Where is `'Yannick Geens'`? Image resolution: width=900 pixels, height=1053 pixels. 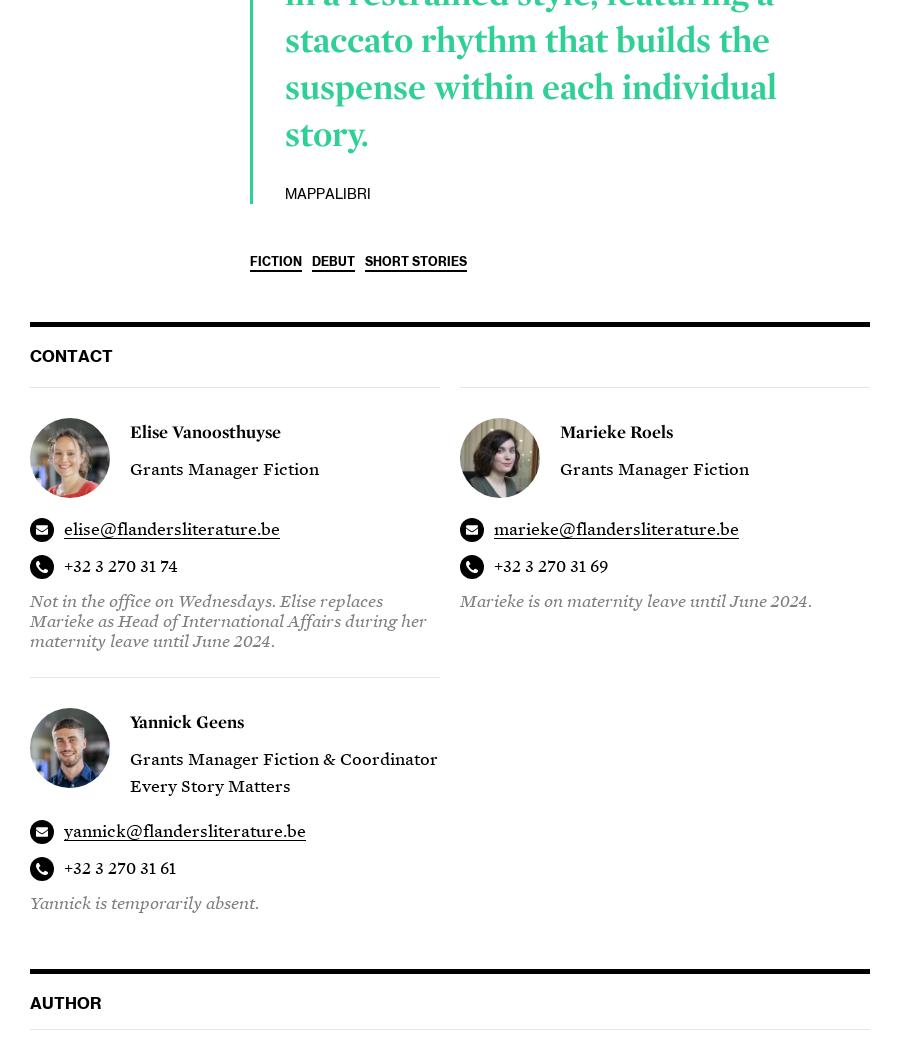
'Yannick Geens' is located at coordinates (187, 720).